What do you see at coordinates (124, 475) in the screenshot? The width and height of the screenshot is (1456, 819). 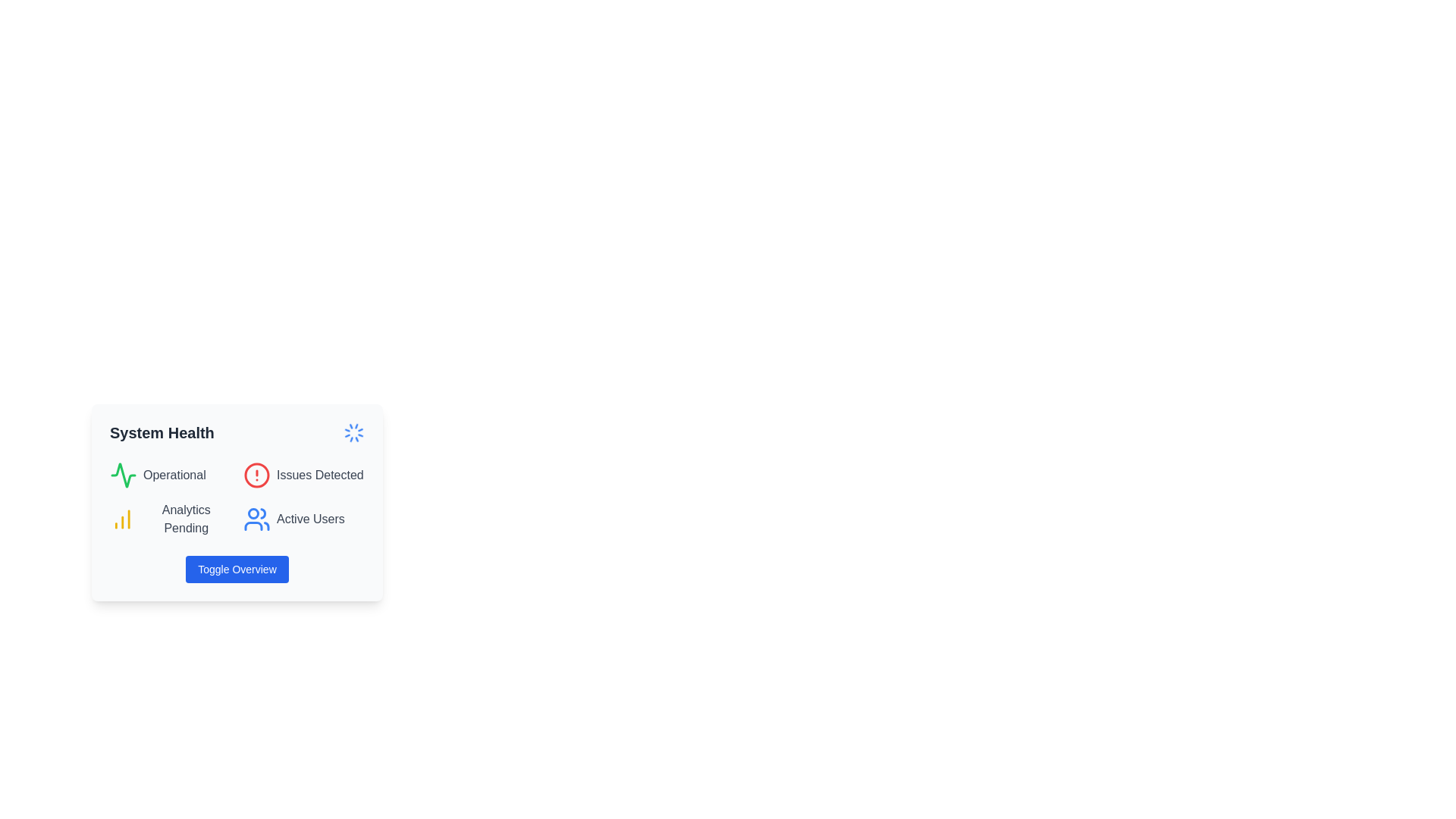 I see `system health icon located in the 'System Health' window, which indicates active and healthy functioning, adjacent to the label 'Operational.'` at bounding box center [124, 475].